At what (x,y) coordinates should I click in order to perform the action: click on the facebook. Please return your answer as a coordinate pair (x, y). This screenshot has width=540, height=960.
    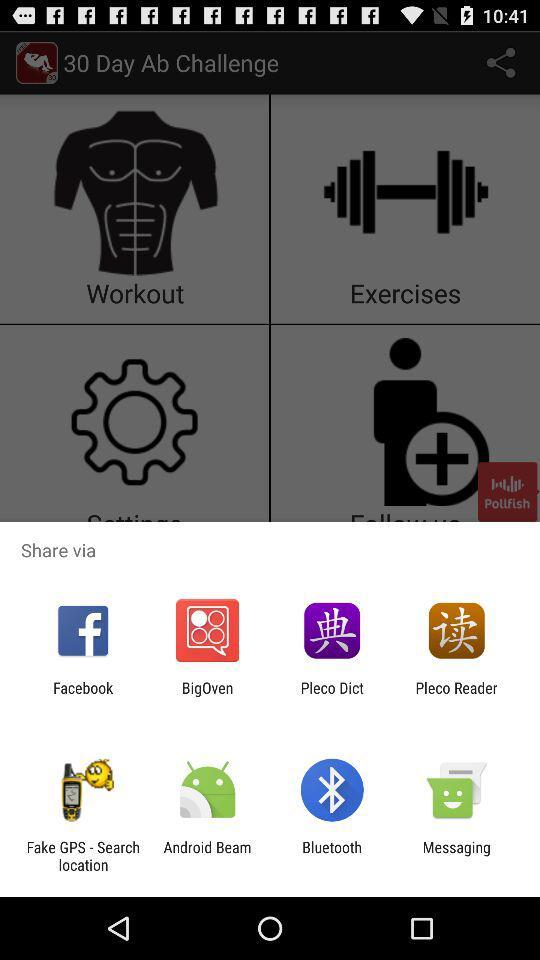
    Looking at the image, I should click on (82, 696).